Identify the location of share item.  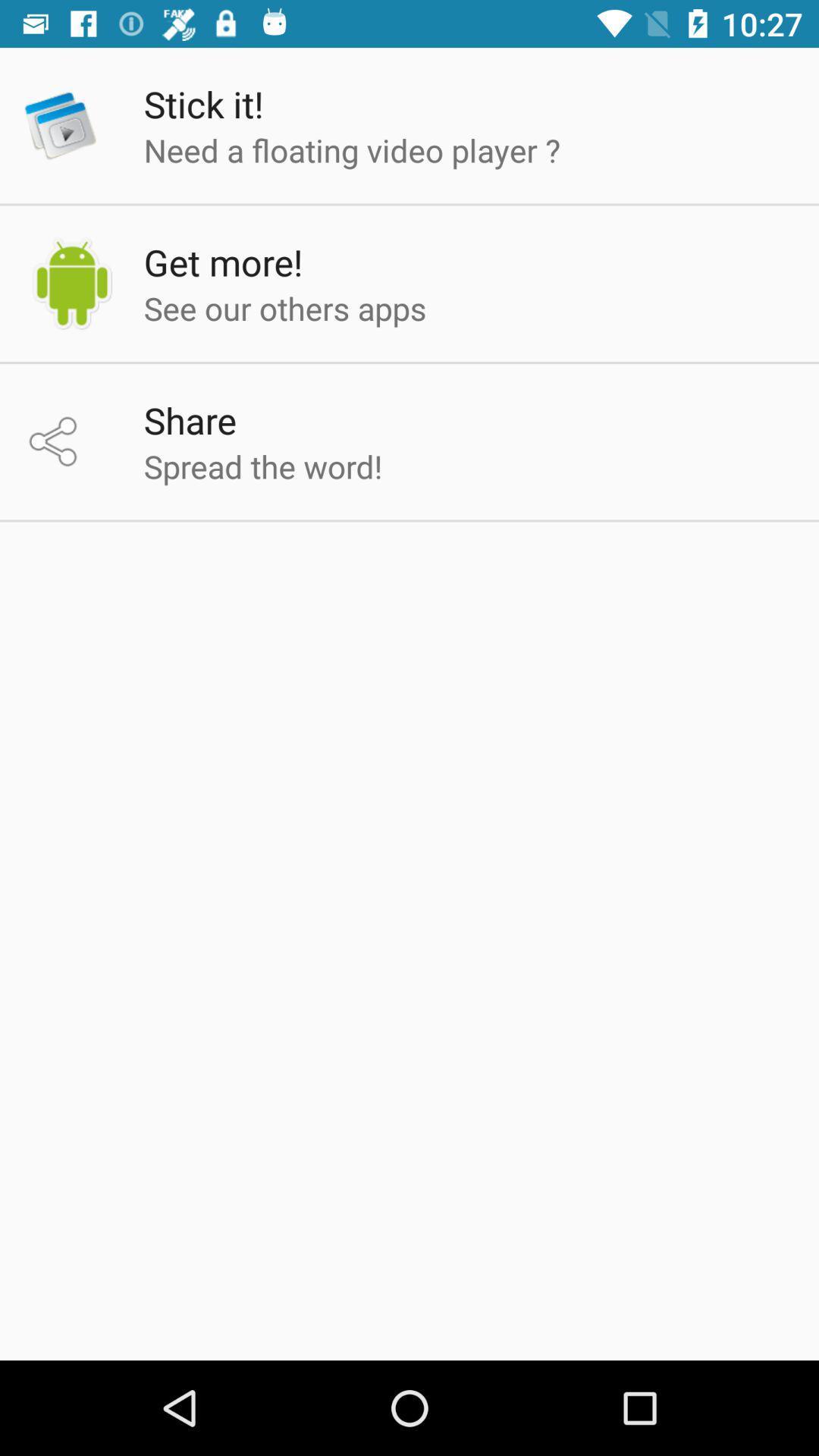
(189, 420).